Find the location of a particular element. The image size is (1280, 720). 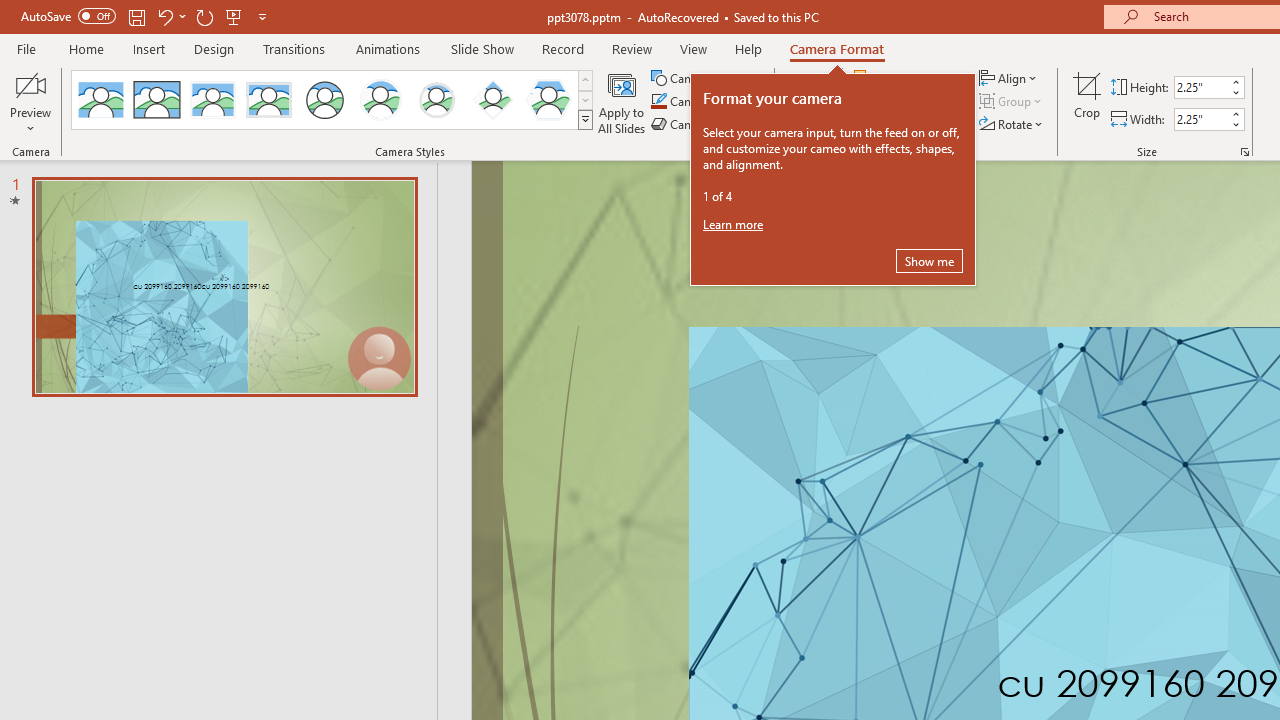

'Send Backward' is located at coordinates (904, 101).